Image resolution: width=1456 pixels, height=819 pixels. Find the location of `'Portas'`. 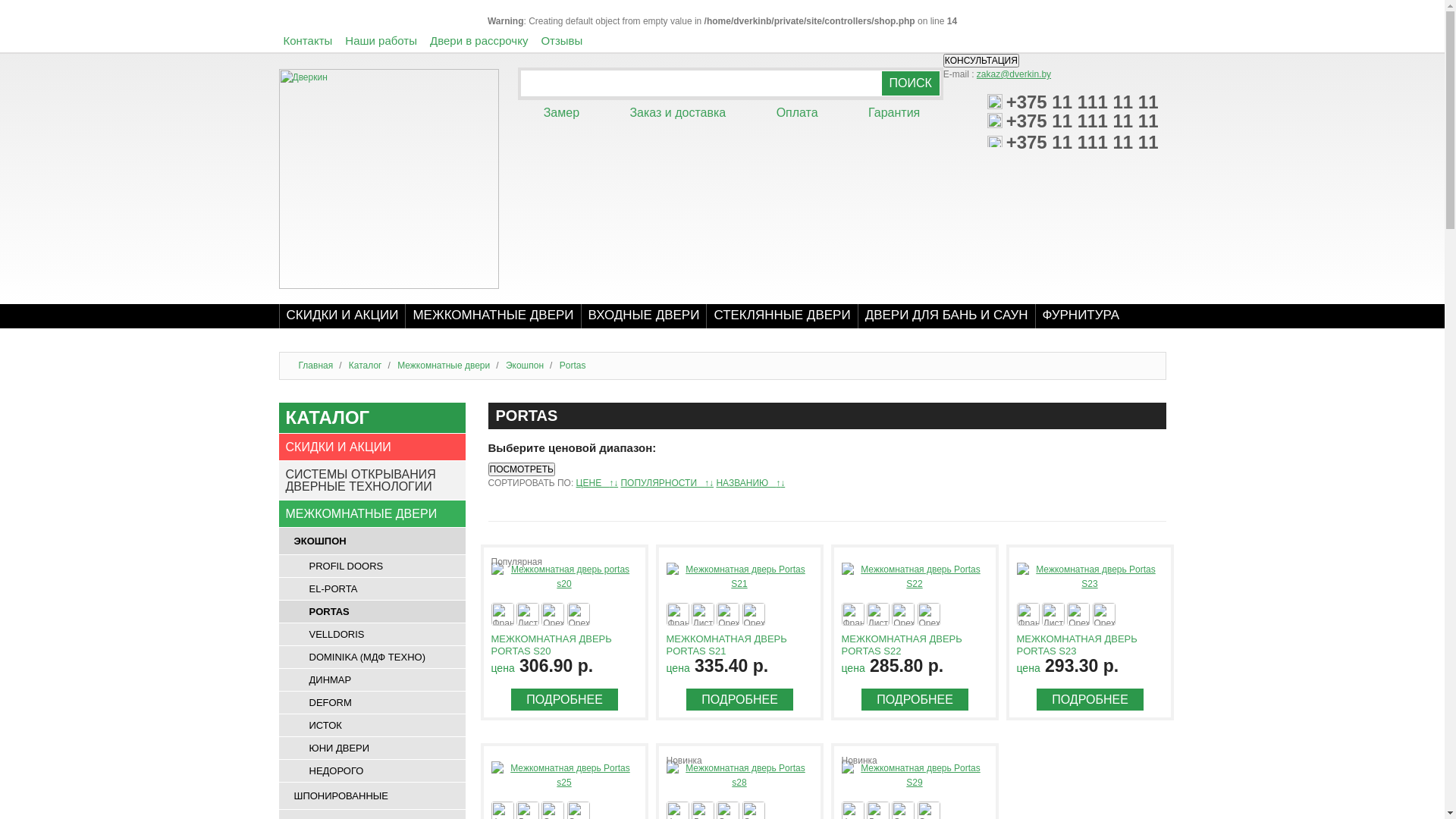

'Portas' is located at coordinates (573, 366).